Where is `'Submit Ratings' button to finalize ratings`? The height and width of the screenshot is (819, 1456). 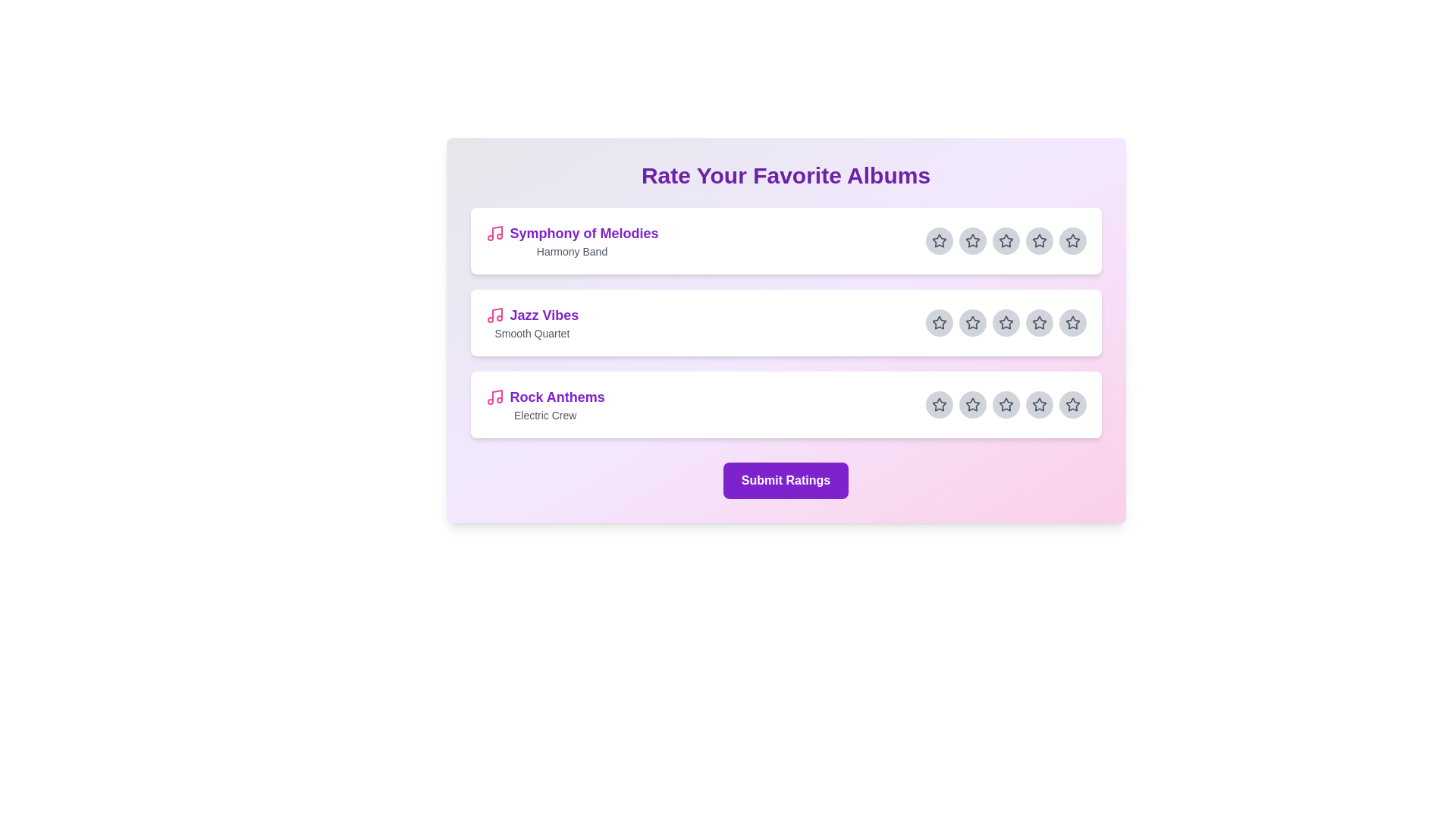 'Submit Ratings' button to finalize ratings is located at coordinates (786, 480).